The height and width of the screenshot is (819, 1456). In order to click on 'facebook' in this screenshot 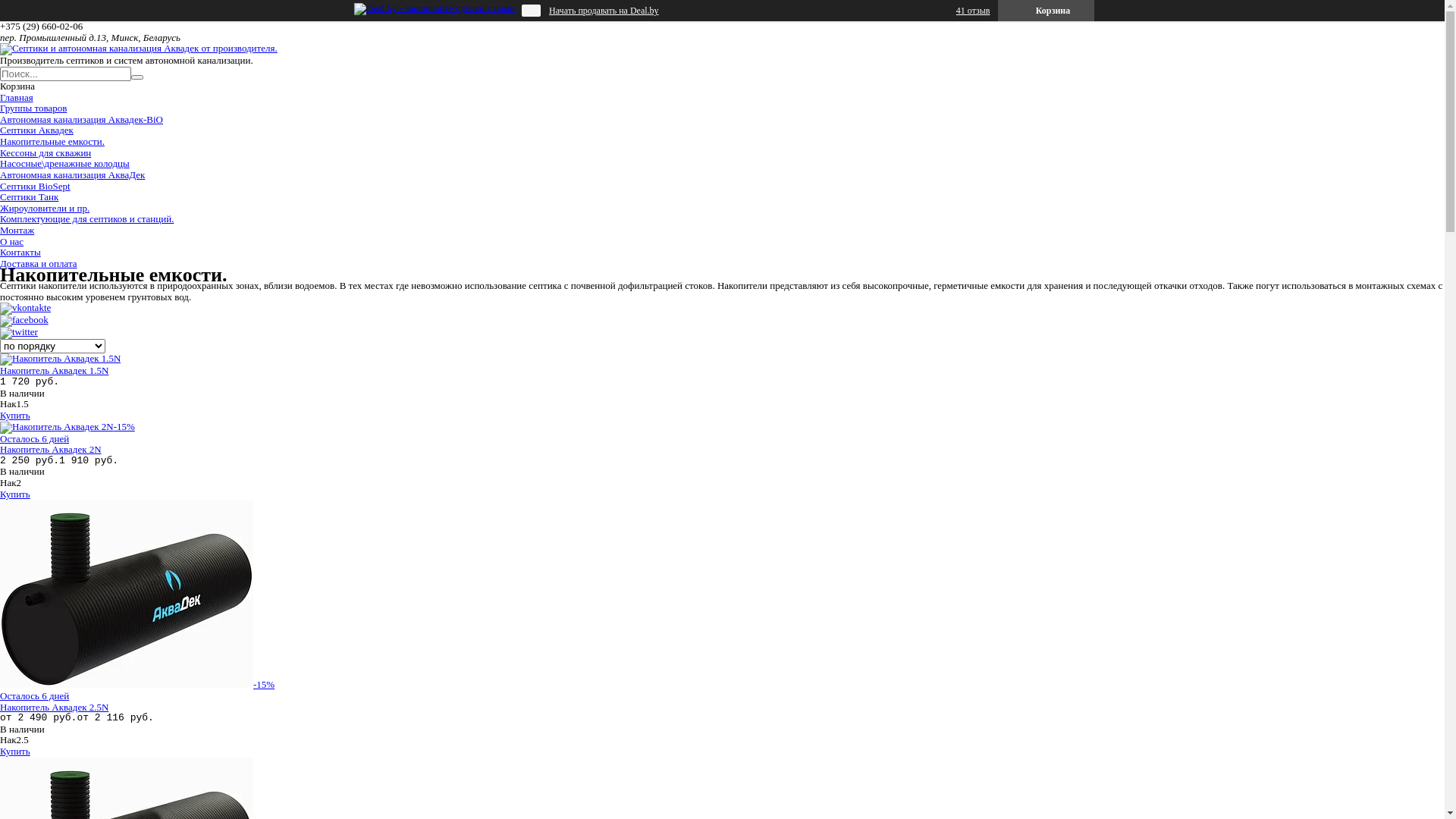, I will do `click(24, 318)`.